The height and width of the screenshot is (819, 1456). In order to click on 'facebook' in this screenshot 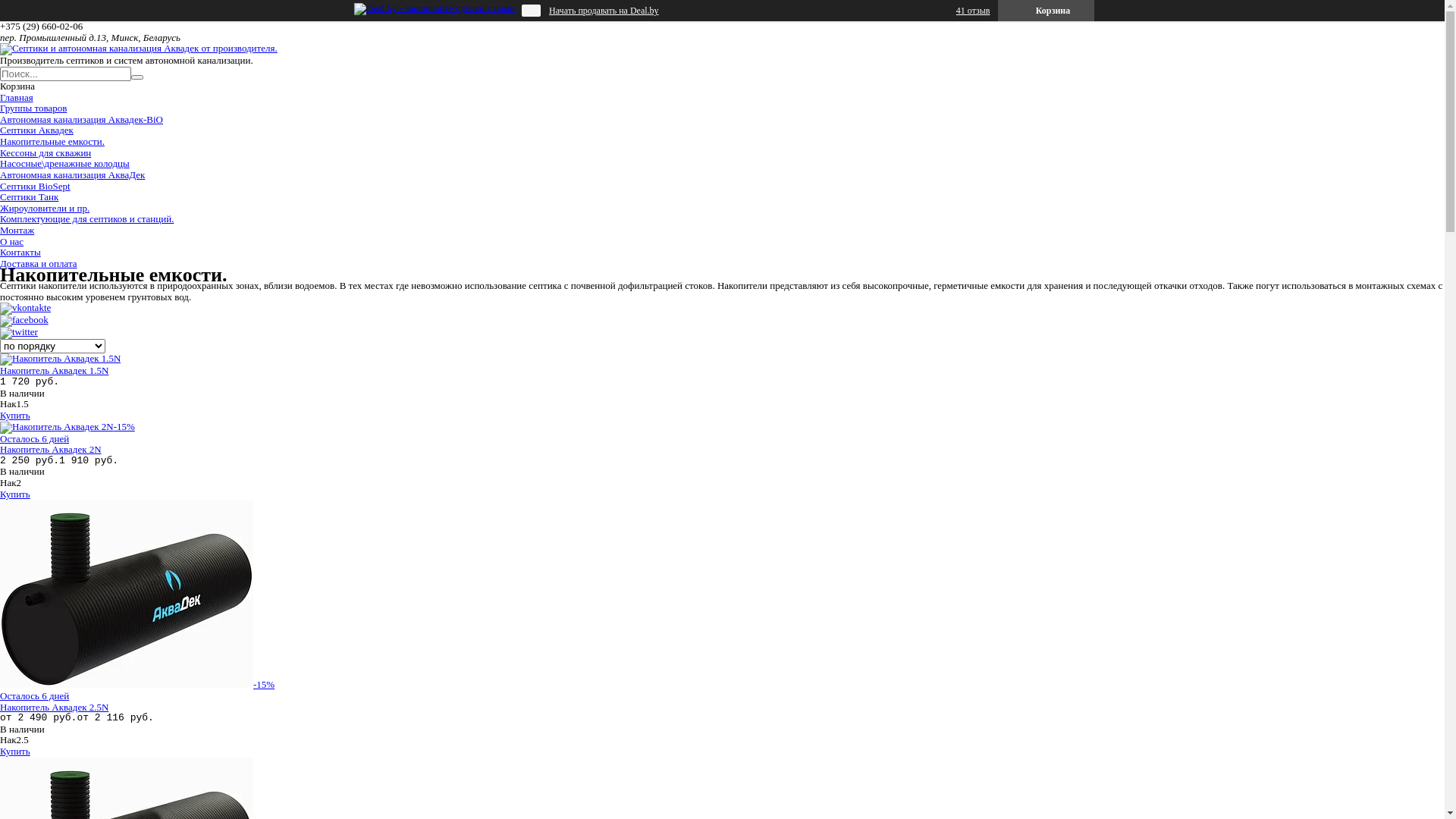, I will do `click(24, 318)`.